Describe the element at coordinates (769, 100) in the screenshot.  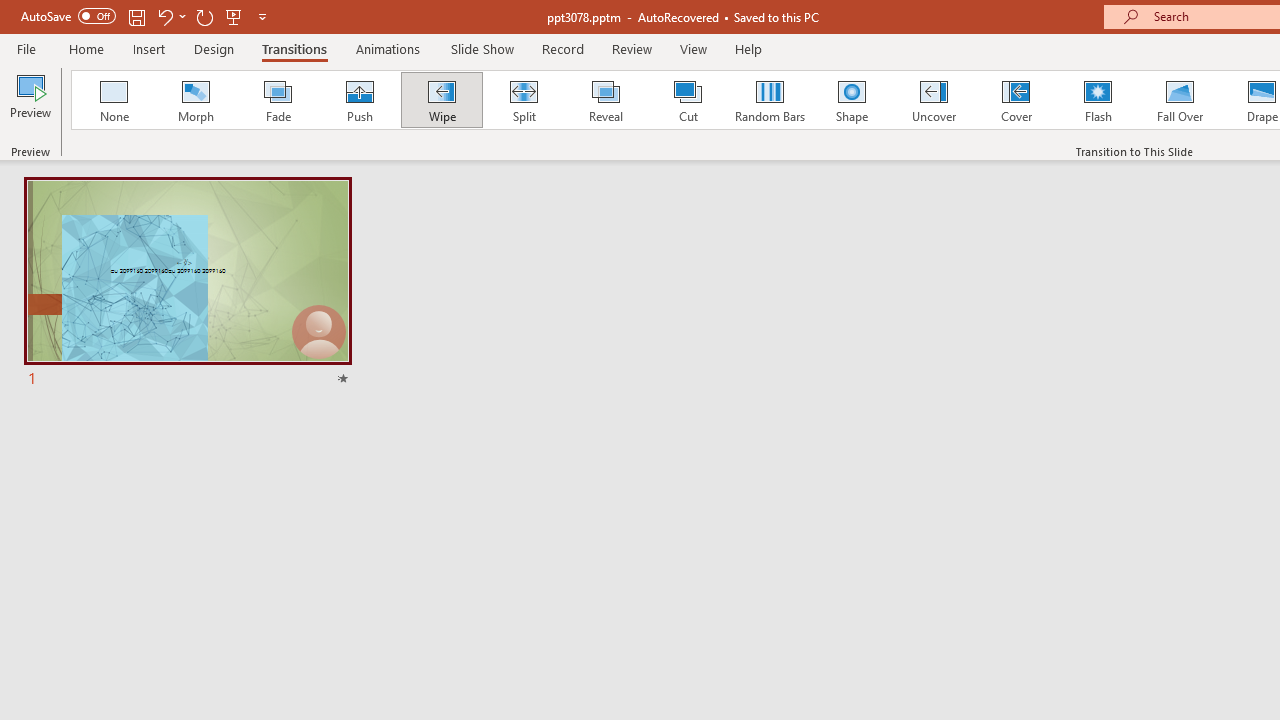
I see `'Random Bars'` at that location.